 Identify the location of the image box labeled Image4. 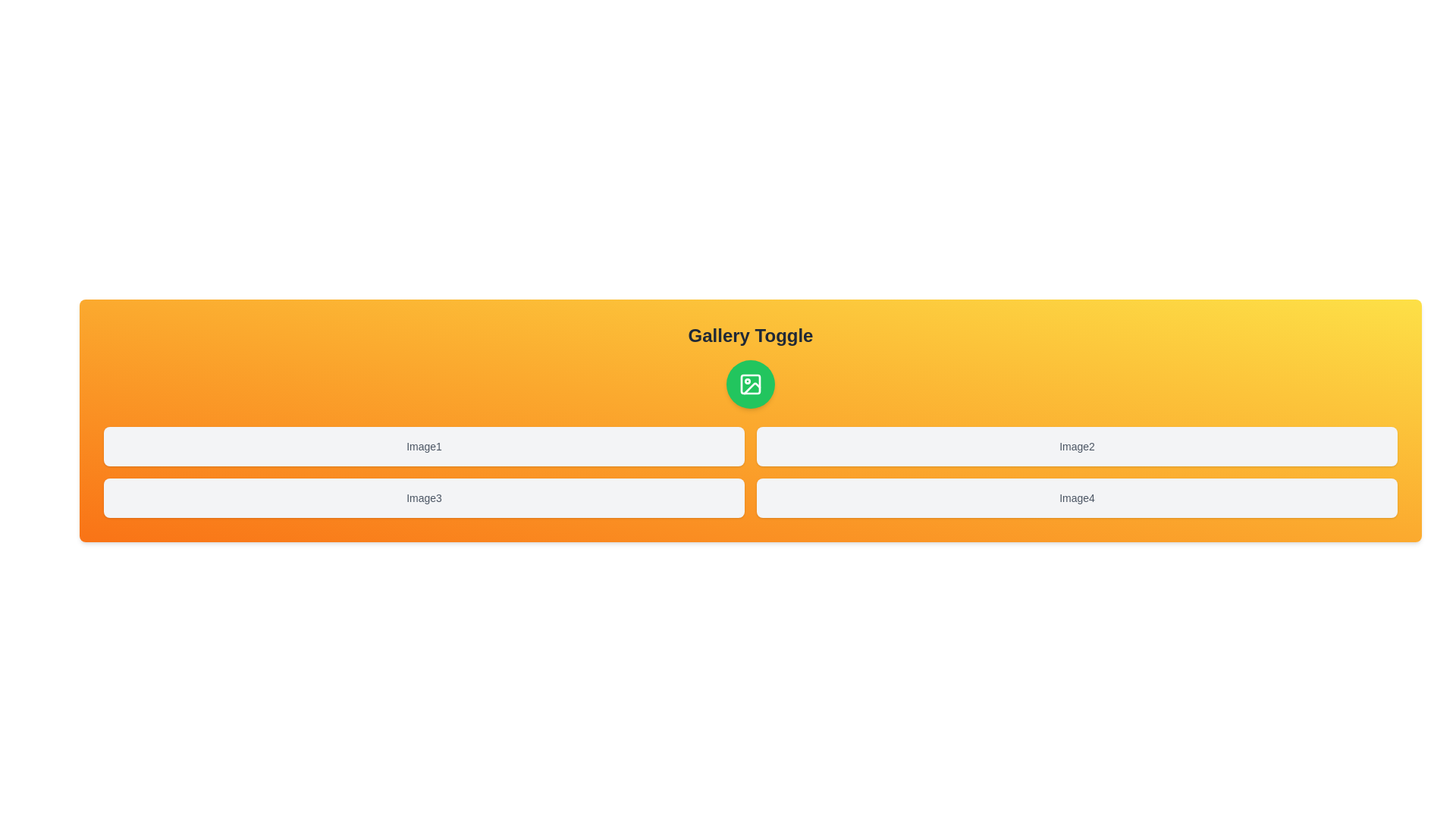
(1076, 497).